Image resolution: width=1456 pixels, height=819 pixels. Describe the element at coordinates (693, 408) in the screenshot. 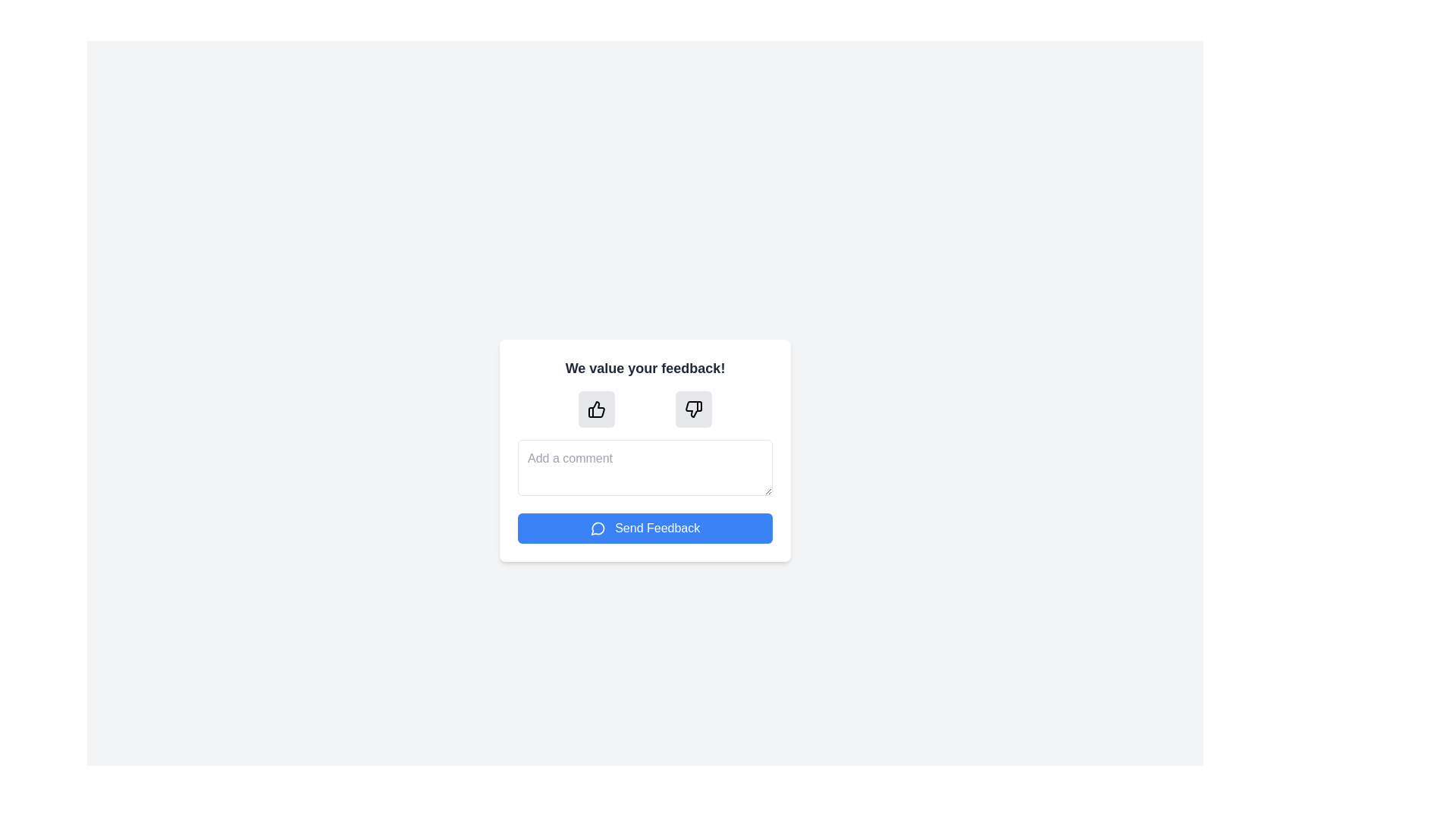

I see `the dissatisfaction feedback icon located on the right side of the feedback panel, positioned slightly to the right of the leftmost thumbs-up icon` at that location.